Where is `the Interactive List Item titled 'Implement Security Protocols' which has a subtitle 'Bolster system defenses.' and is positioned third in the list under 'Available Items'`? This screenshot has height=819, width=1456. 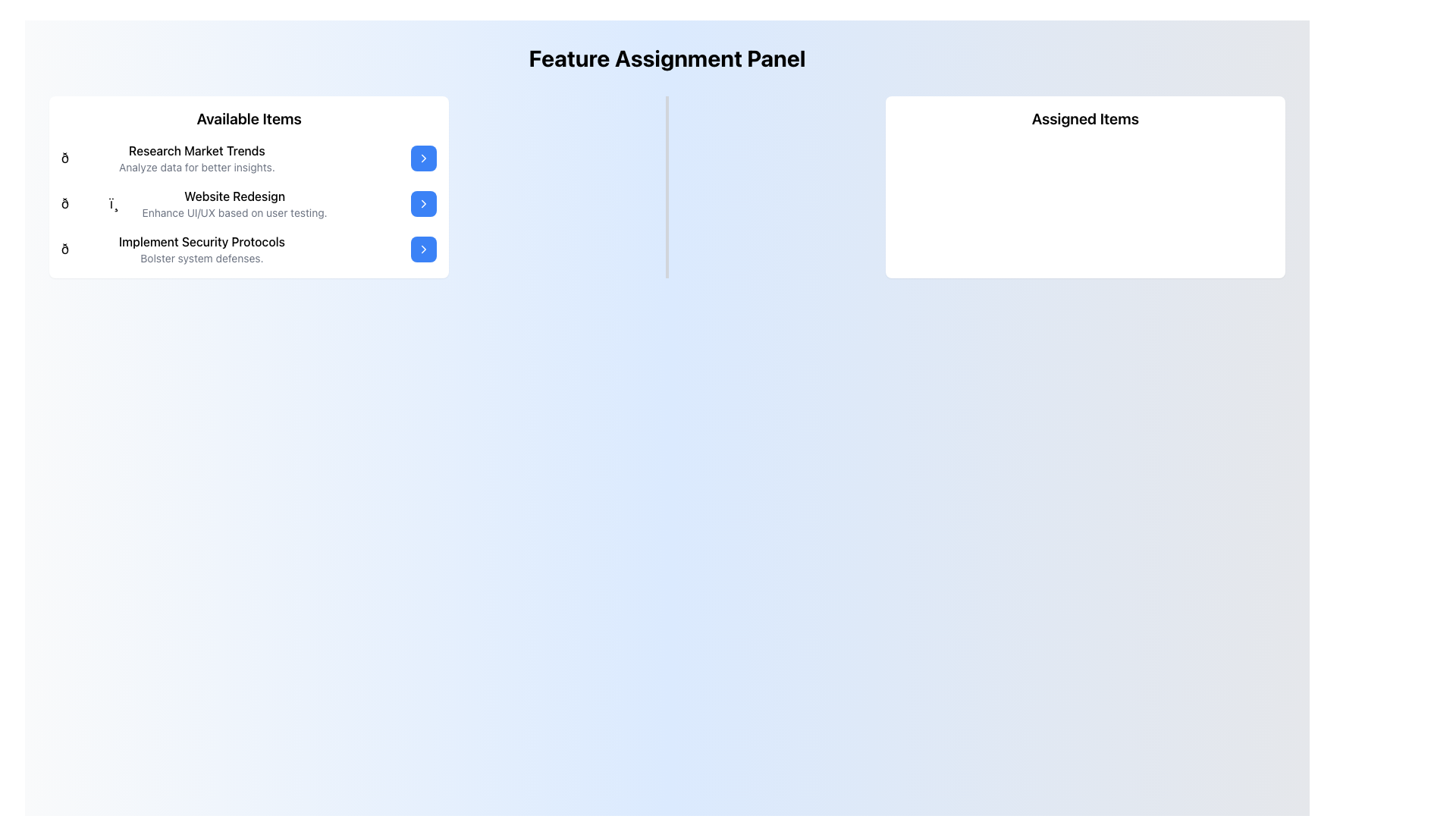
the Interactive List Item titled 'Implement Security Protocols' which has a subtitle 'Bolster system defenses.' and is positioned third in the list under 'Available Items' is located at coordinates (249, 248).